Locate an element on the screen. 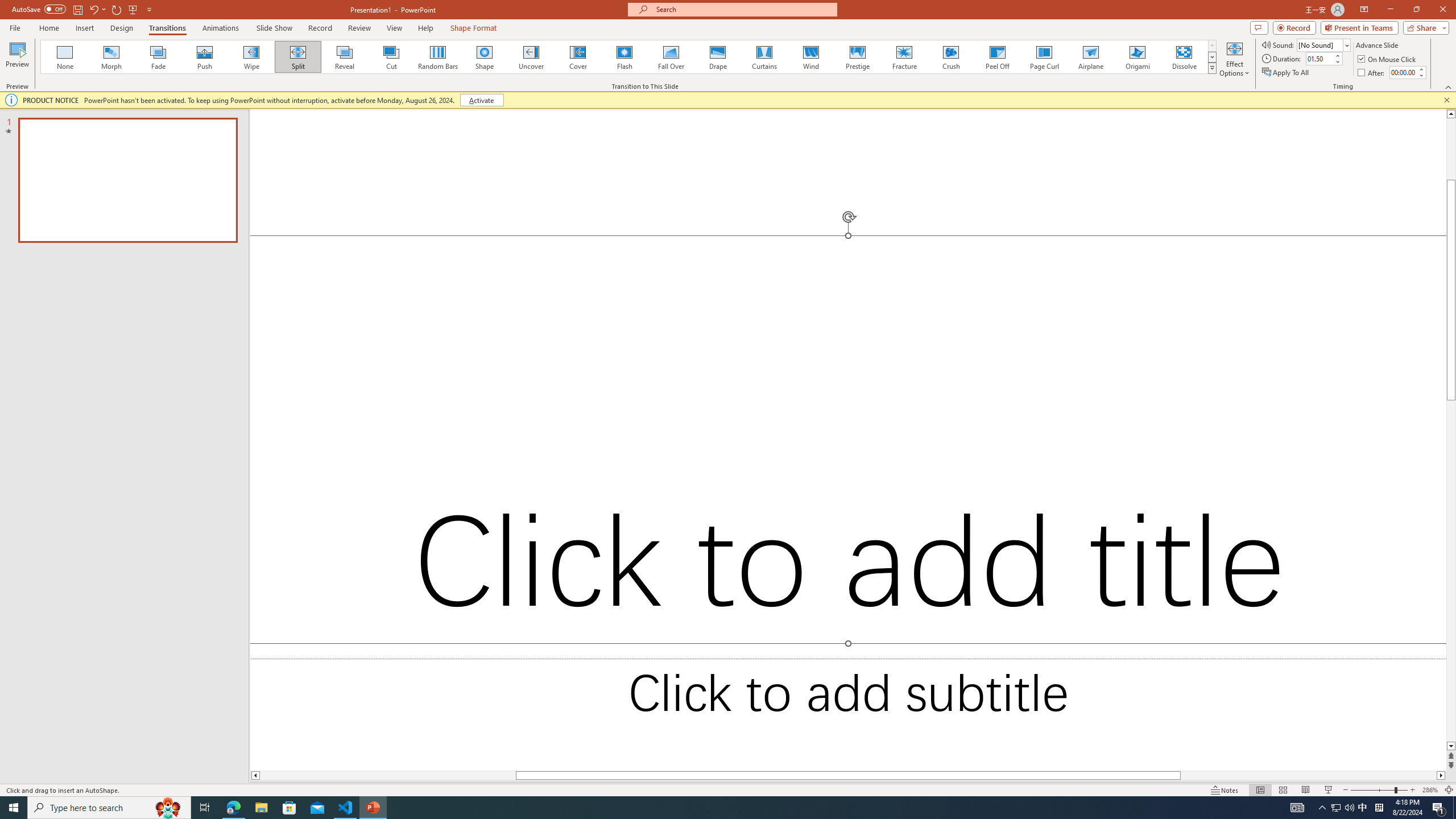 The height and width of the screenshot is (819, 1456). 'Effect Options' is located at coordinates (1234, 59).